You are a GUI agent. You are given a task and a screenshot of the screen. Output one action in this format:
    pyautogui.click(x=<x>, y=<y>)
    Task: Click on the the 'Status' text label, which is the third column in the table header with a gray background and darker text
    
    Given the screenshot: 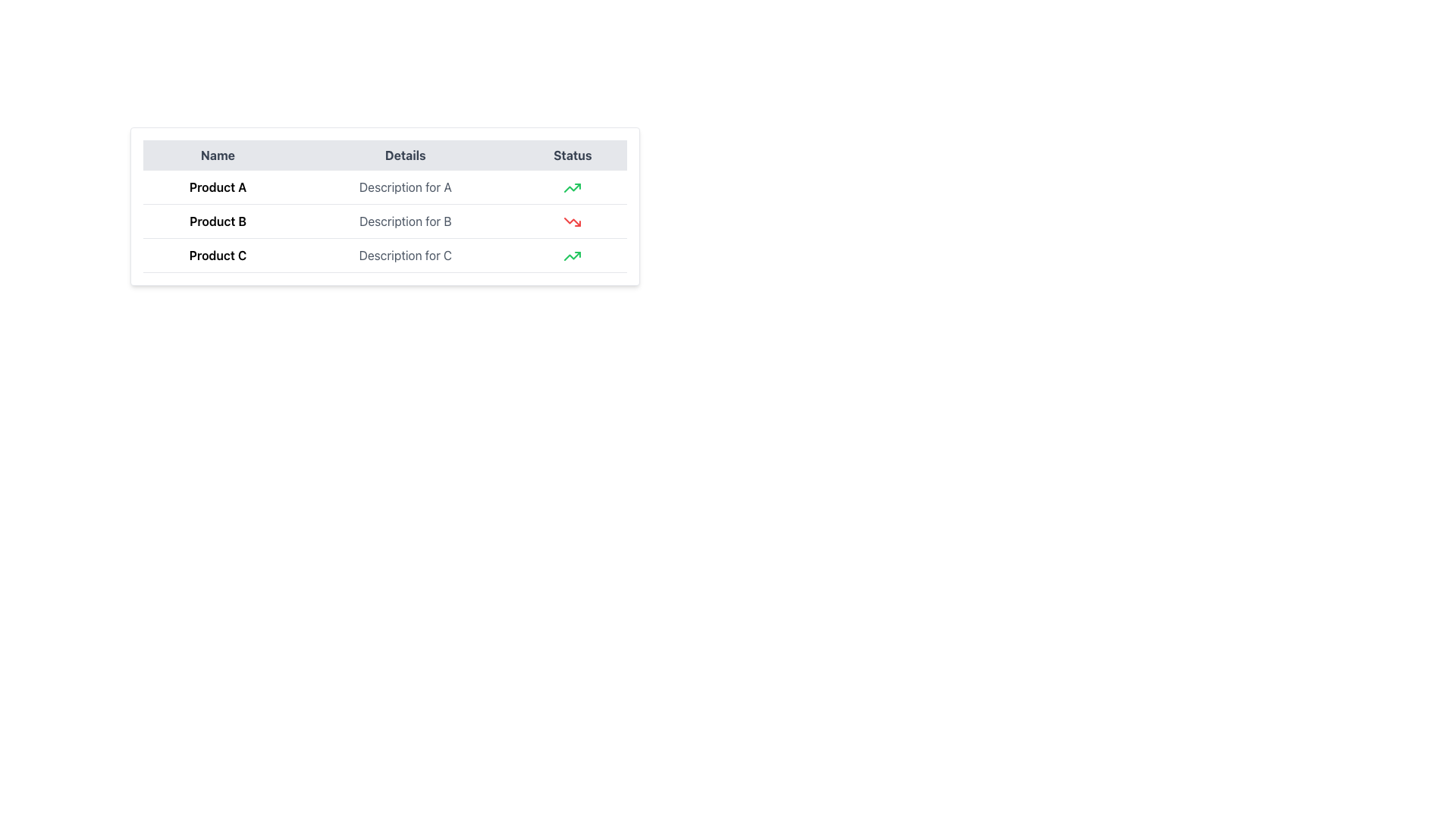 What is the action you would take?
    pyautogui.click(x=572, y=155)
    